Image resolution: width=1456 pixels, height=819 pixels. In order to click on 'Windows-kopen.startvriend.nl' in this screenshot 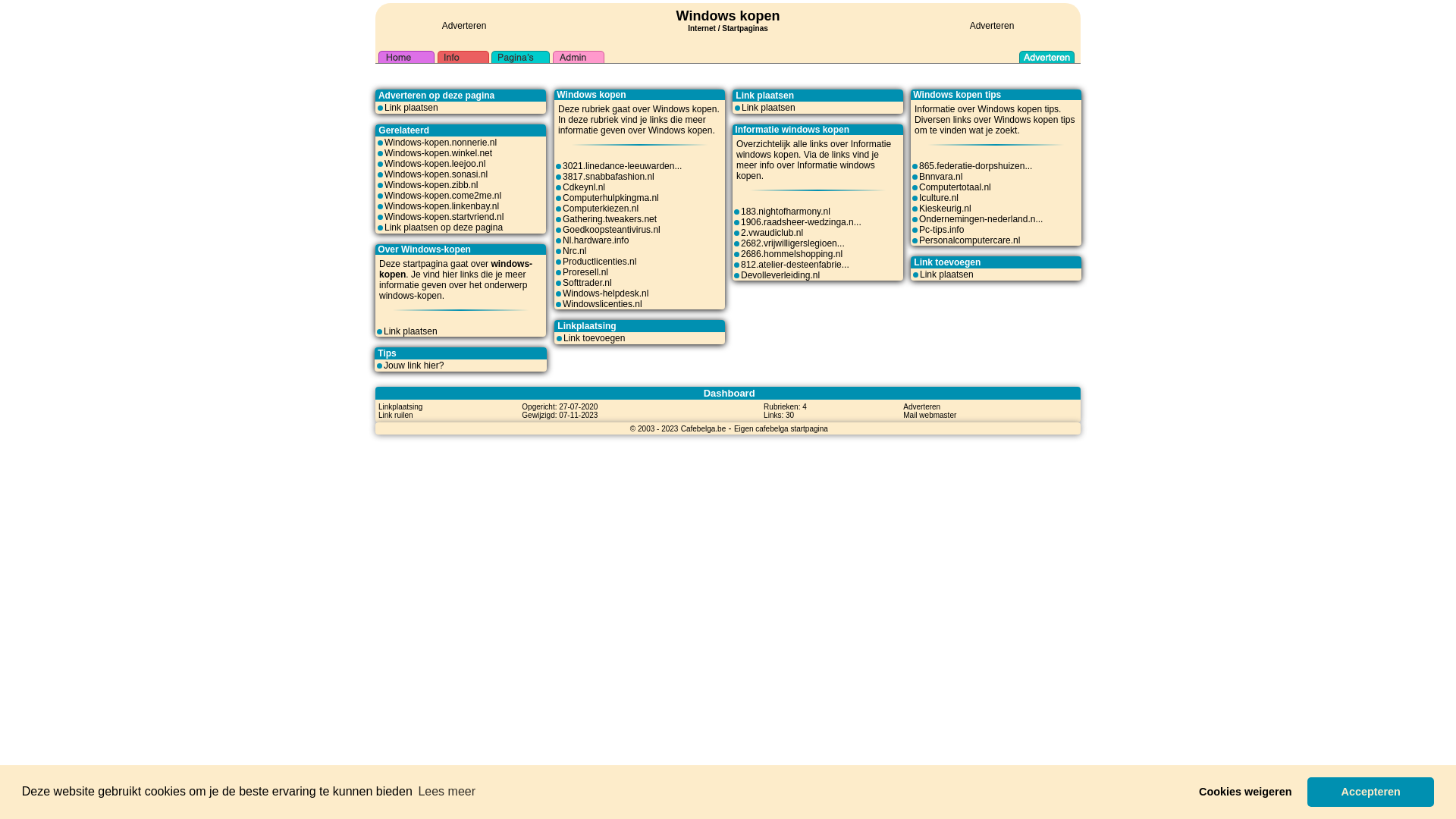, I will do `click(443, 216)`.